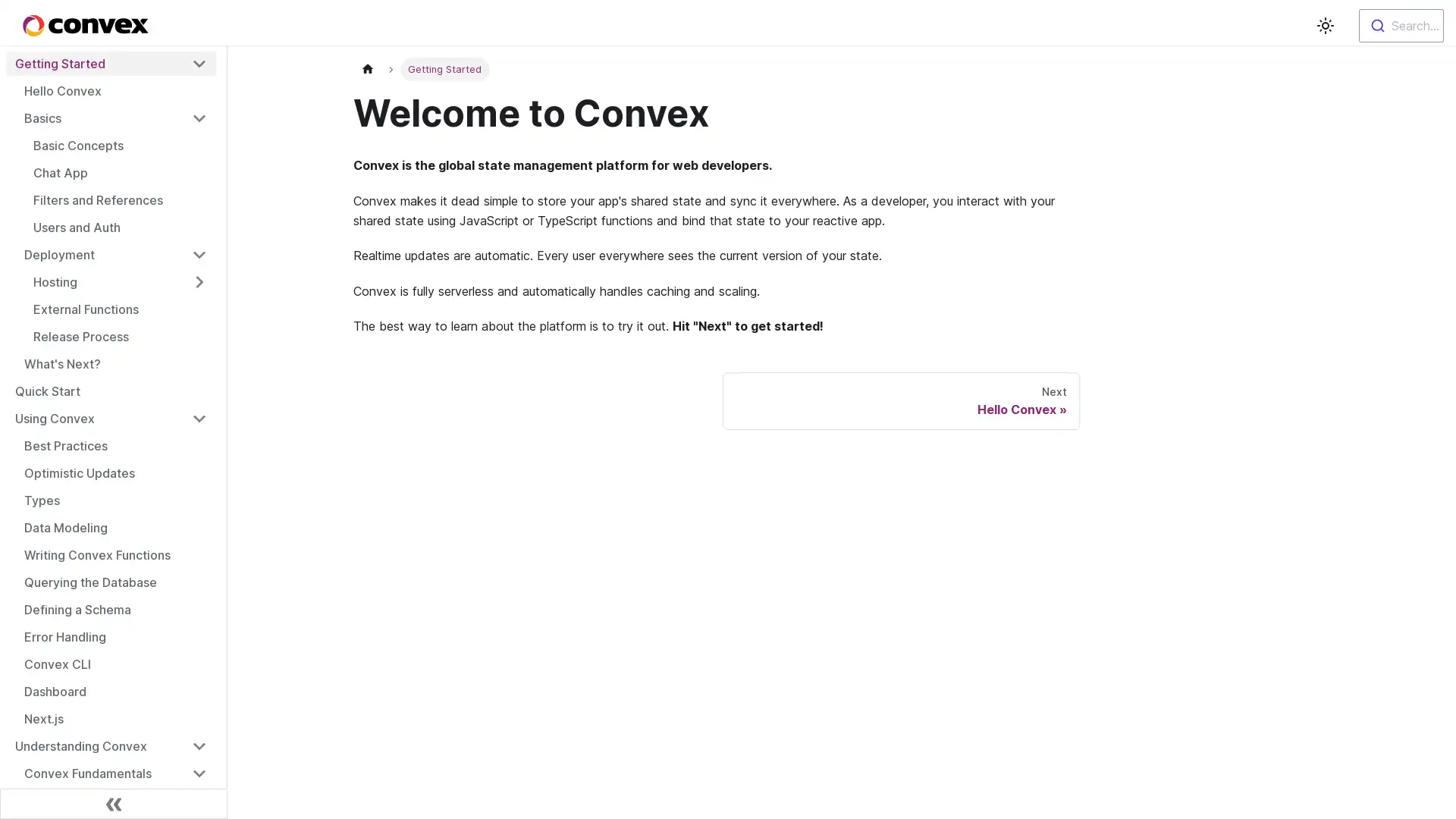  I want to click on Switch between dark and light mode (currently light mode), so click(1324, 26).